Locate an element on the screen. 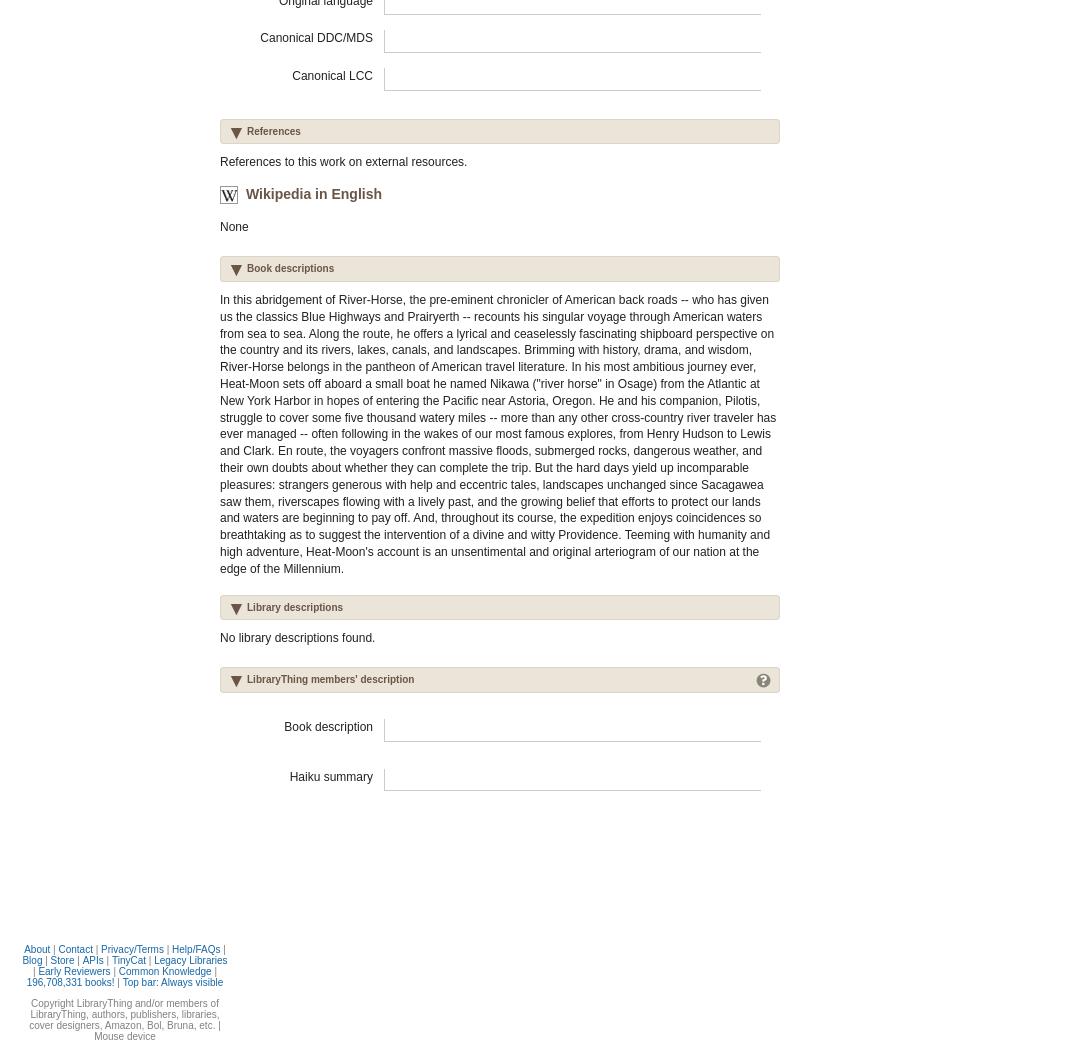 The height and width of the screenshot is (1050, 1078). '| Mouse device' is located at coordinates (155, 1029).